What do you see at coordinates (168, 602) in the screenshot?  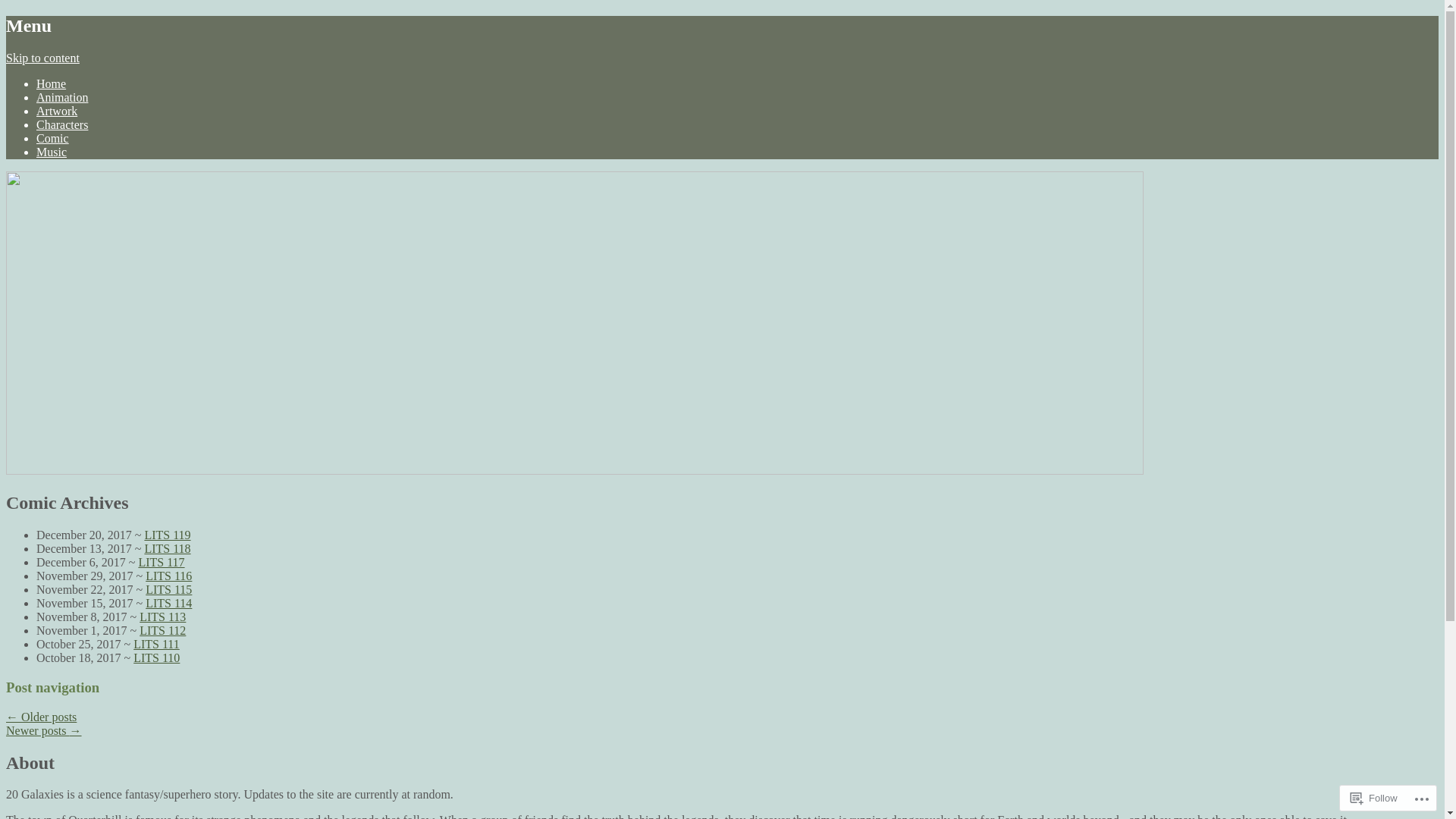 I see `'LITS 114'` at bounding box center [168, 602].